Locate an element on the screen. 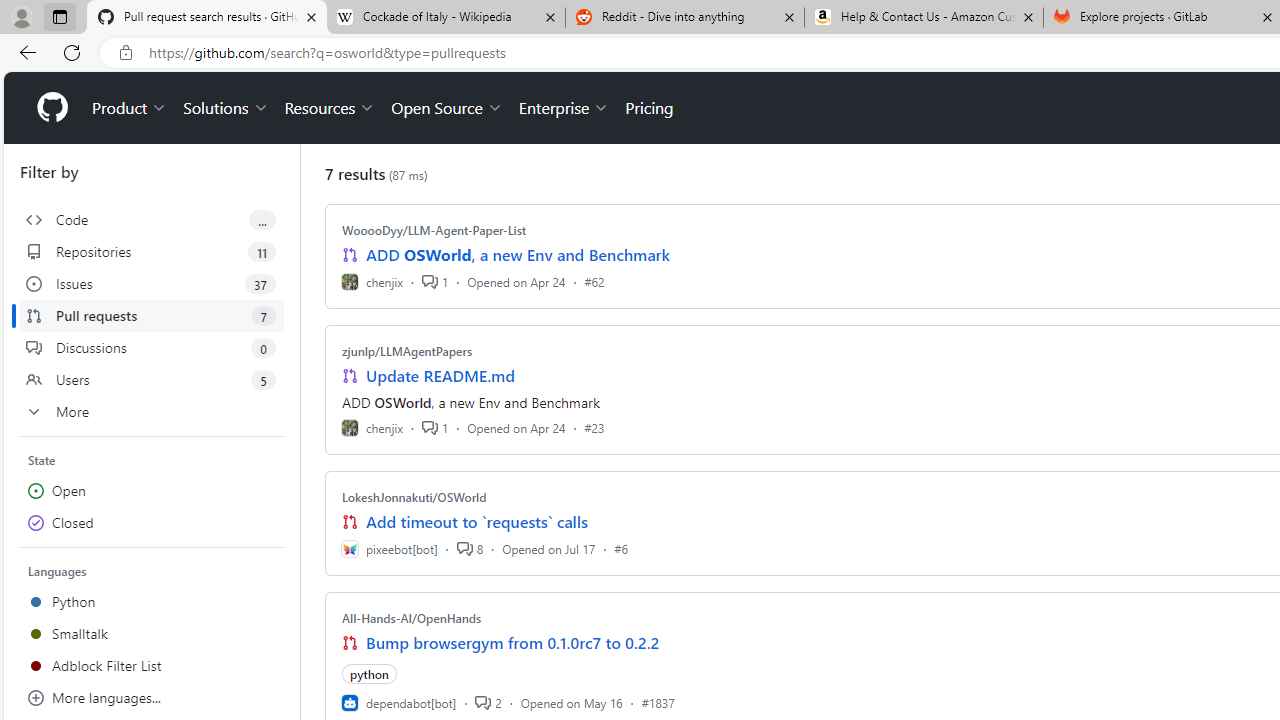 The width and height of the screenshot is (1280, 720). '#23' is located at coordinates (593, 426).